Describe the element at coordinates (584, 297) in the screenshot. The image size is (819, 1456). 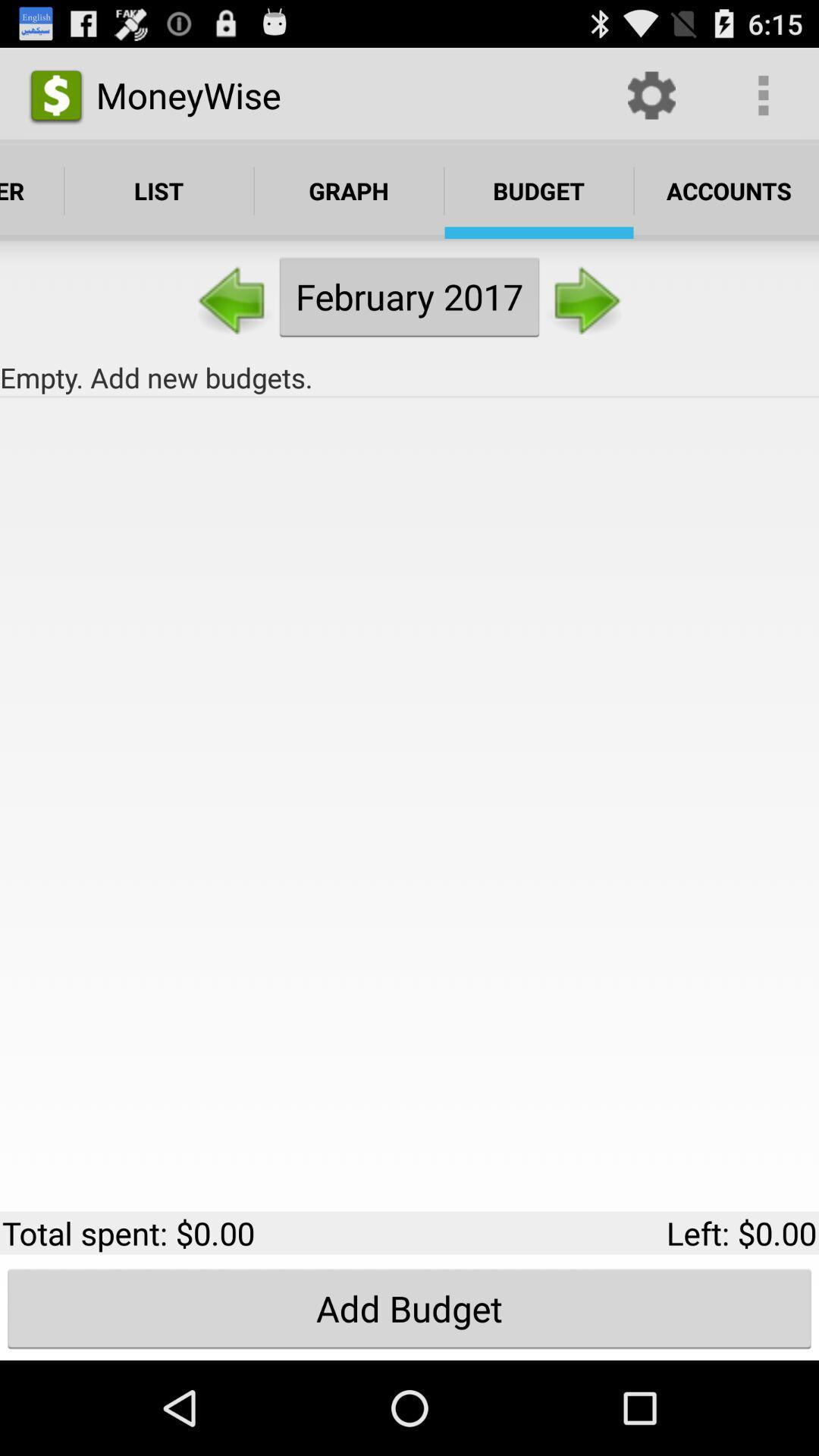
I see `item next to the february 2017 button` at that location.